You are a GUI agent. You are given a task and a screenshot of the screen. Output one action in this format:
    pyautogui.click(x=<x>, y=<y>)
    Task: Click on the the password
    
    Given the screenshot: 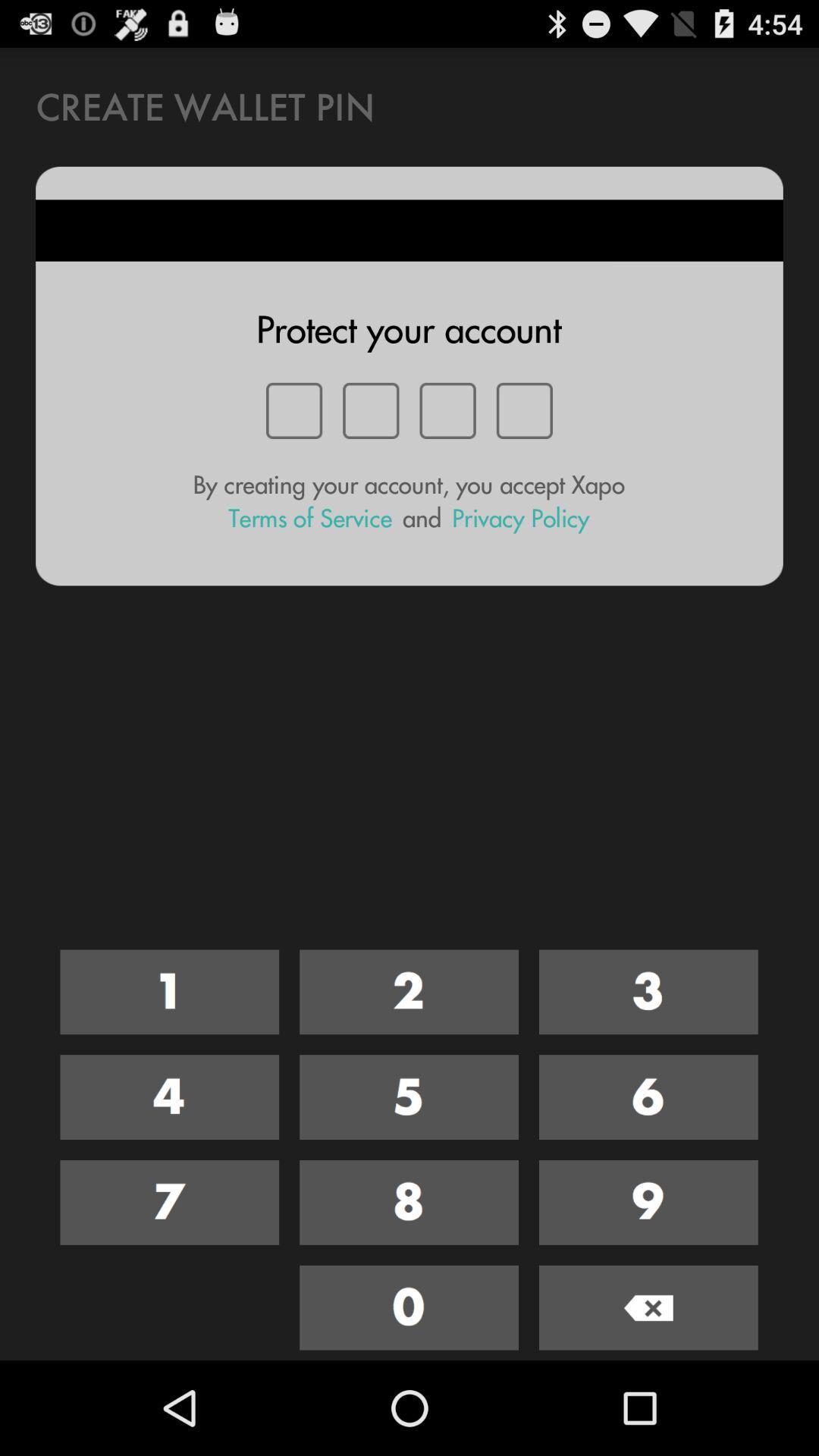 What is the action you would take?
    pyautogui.click(x=169, y=1097)
    